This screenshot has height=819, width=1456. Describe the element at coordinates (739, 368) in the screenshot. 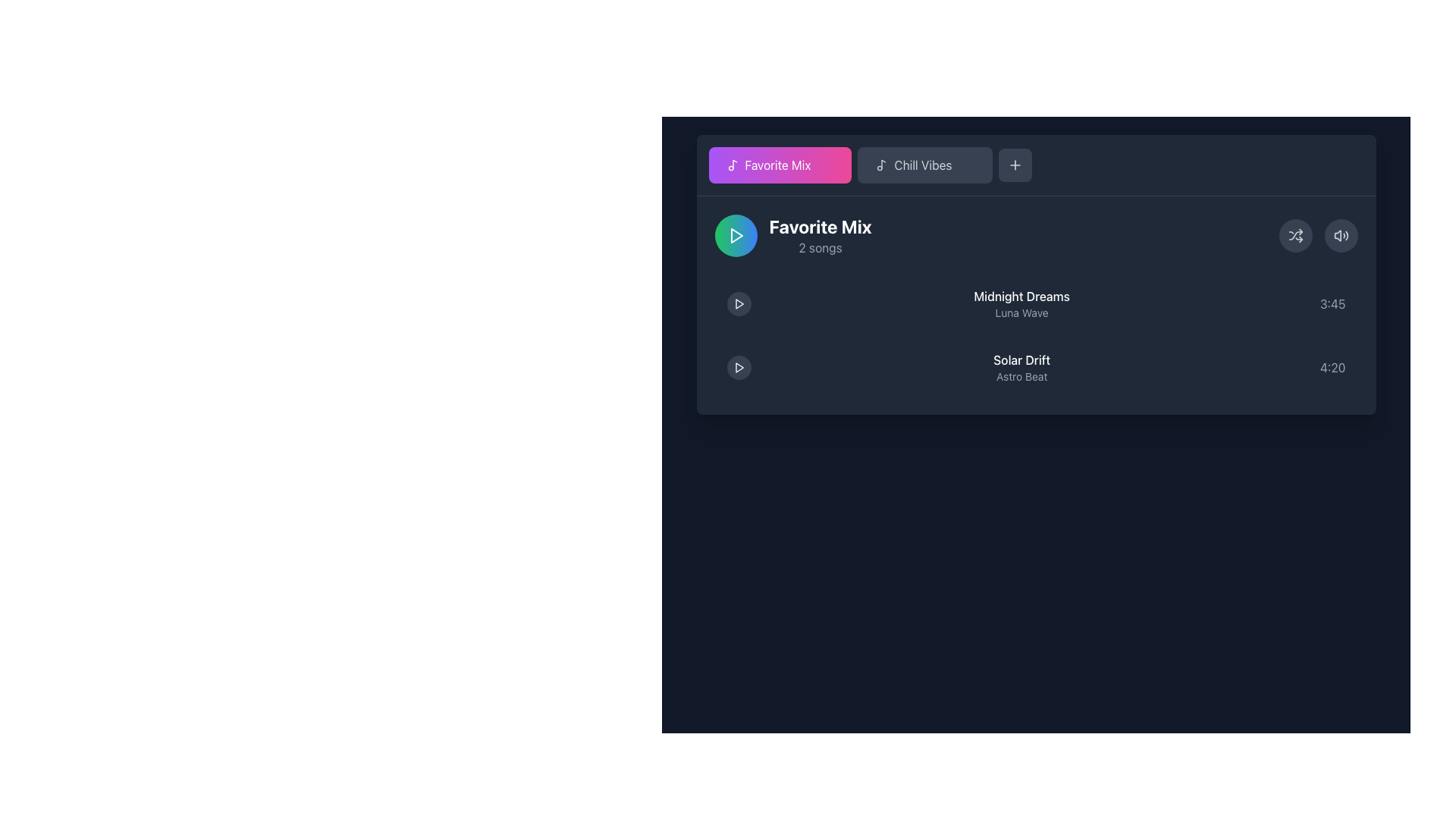

I see `the play button located in the second row of the playlist interface, adjacent to the title 'Solar Drift' by 'Astro Beat'` at that location.